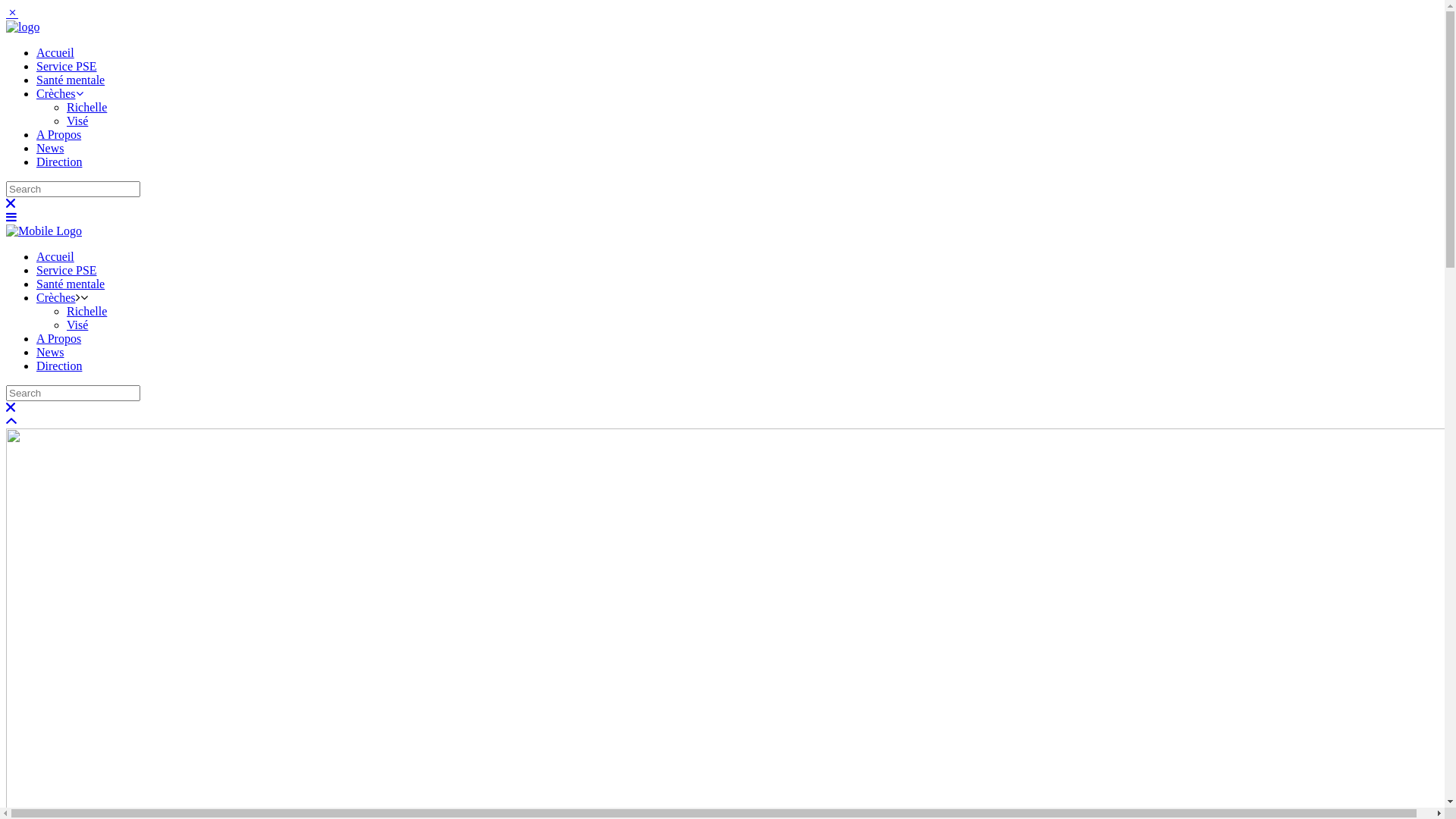  Describe the element at coordinates (36, 148) in the screenshot. I see `'News'` at that location.